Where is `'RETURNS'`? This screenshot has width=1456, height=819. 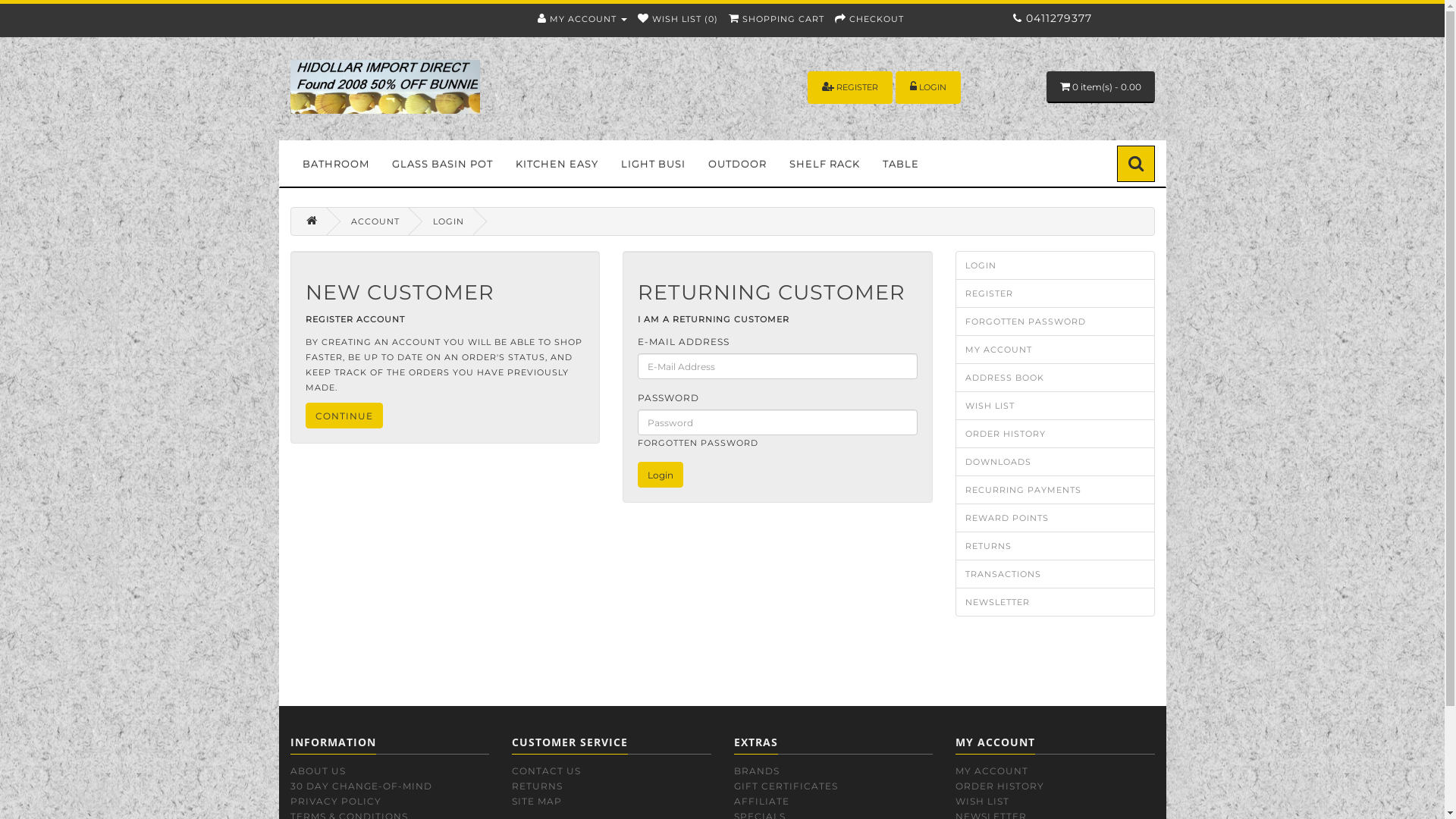
'RETURNS' is located at coordinates (512, 785).